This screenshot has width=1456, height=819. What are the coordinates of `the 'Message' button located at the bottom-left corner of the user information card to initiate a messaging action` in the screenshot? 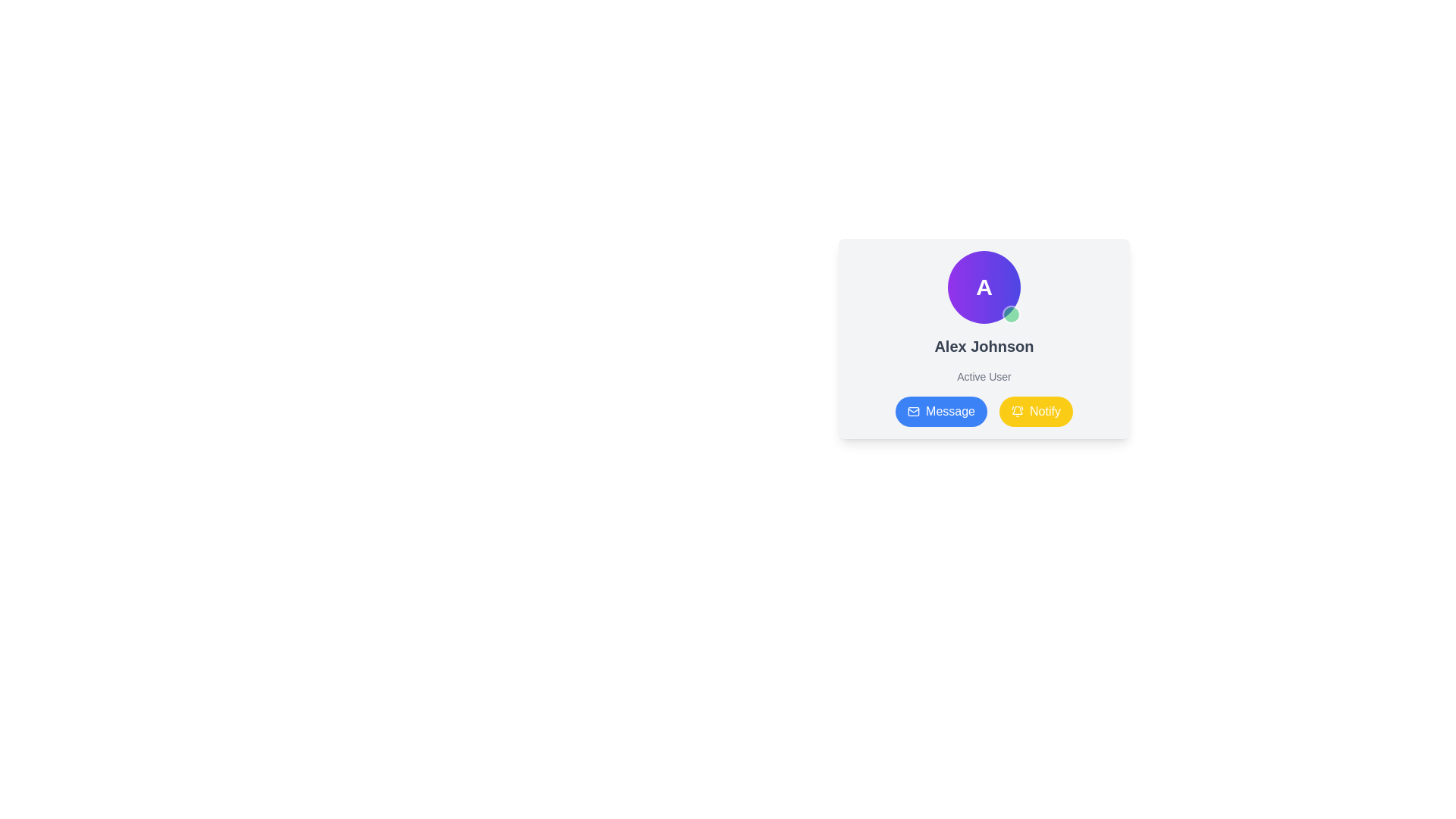 It's located at (912, 412).